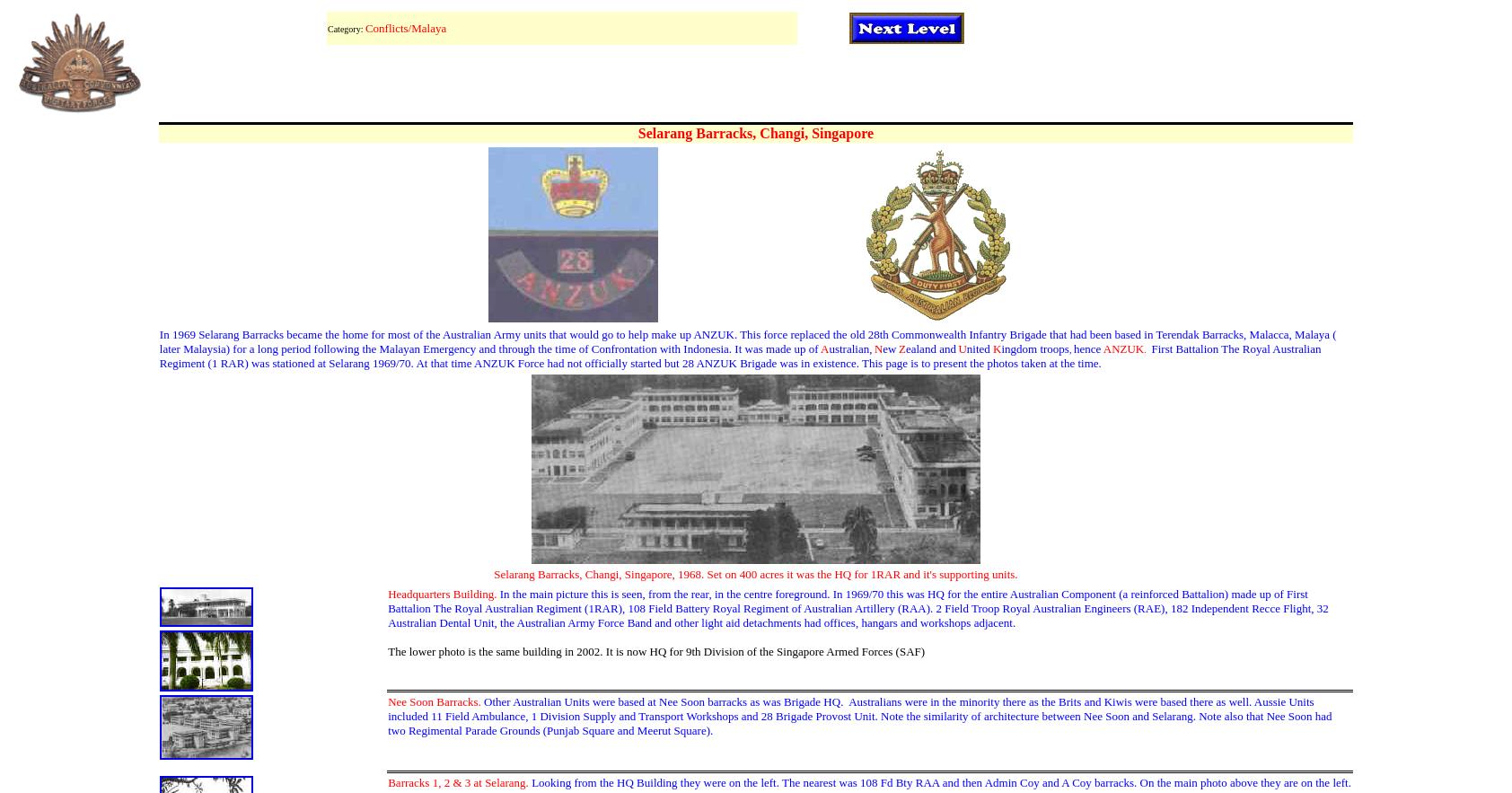 The height and width of the screenshot is (793, 1512). What do you see at coordinates (346, 28) in the screenshot?
I see `'Category:'` at bounding box center [346, 28].